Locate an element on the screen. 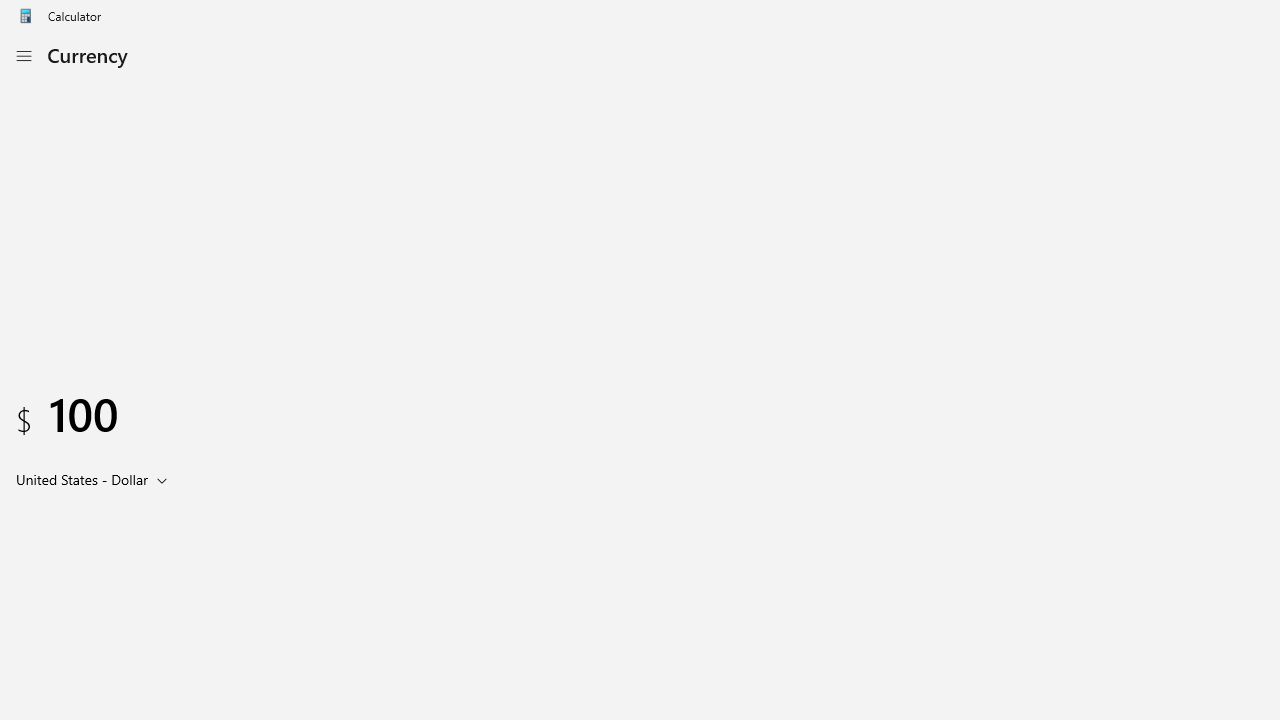 The image size is (1280, 720). 'Input unit' is located at coordinates (95, 479).